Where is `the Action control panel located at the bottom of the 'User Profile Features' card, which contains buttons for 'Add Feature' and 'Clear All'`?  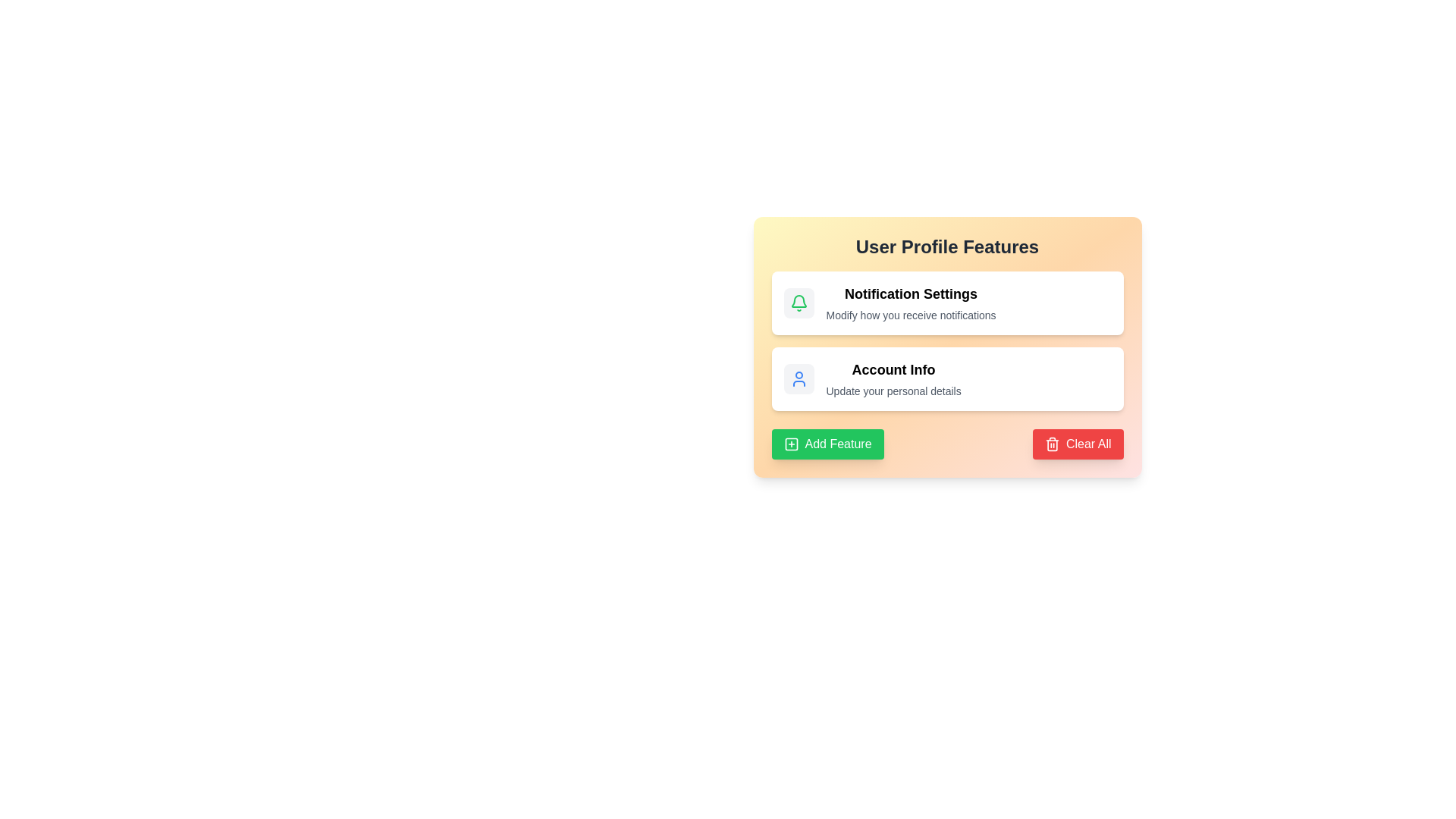 the Action control panel located at the bottom of the 'User Profile Features' card, which contains buttons for 'Add Feature' and 'Clear All' is located at coordinates (946, 444).